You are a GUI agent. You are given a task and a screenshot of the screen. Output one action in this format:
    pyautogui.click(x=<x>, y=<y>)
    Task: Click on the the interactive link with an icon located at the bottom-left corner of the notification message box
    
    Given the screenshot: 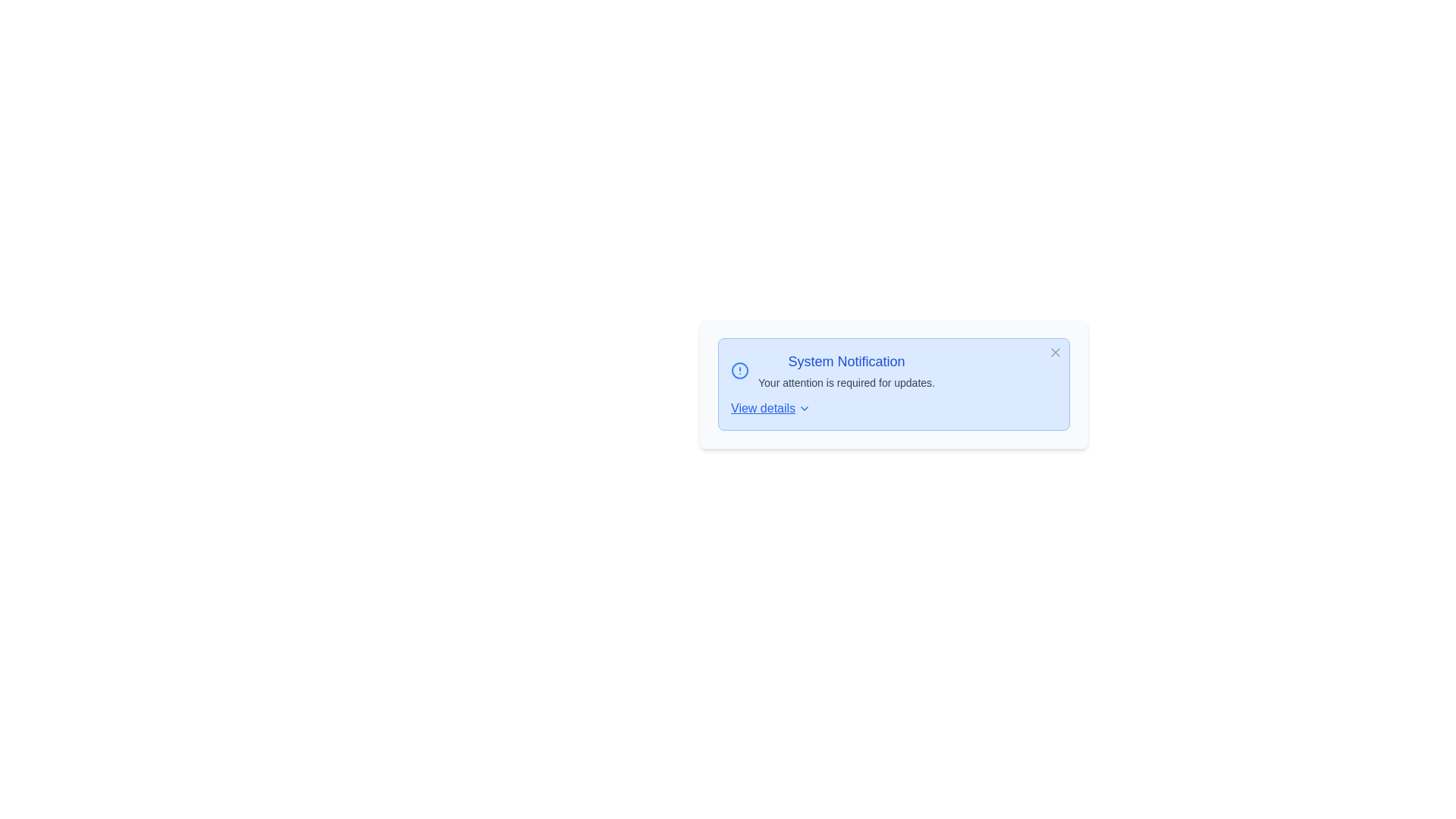 What is the action you would take?
    pyautogui.click(x=770, y=408)
    